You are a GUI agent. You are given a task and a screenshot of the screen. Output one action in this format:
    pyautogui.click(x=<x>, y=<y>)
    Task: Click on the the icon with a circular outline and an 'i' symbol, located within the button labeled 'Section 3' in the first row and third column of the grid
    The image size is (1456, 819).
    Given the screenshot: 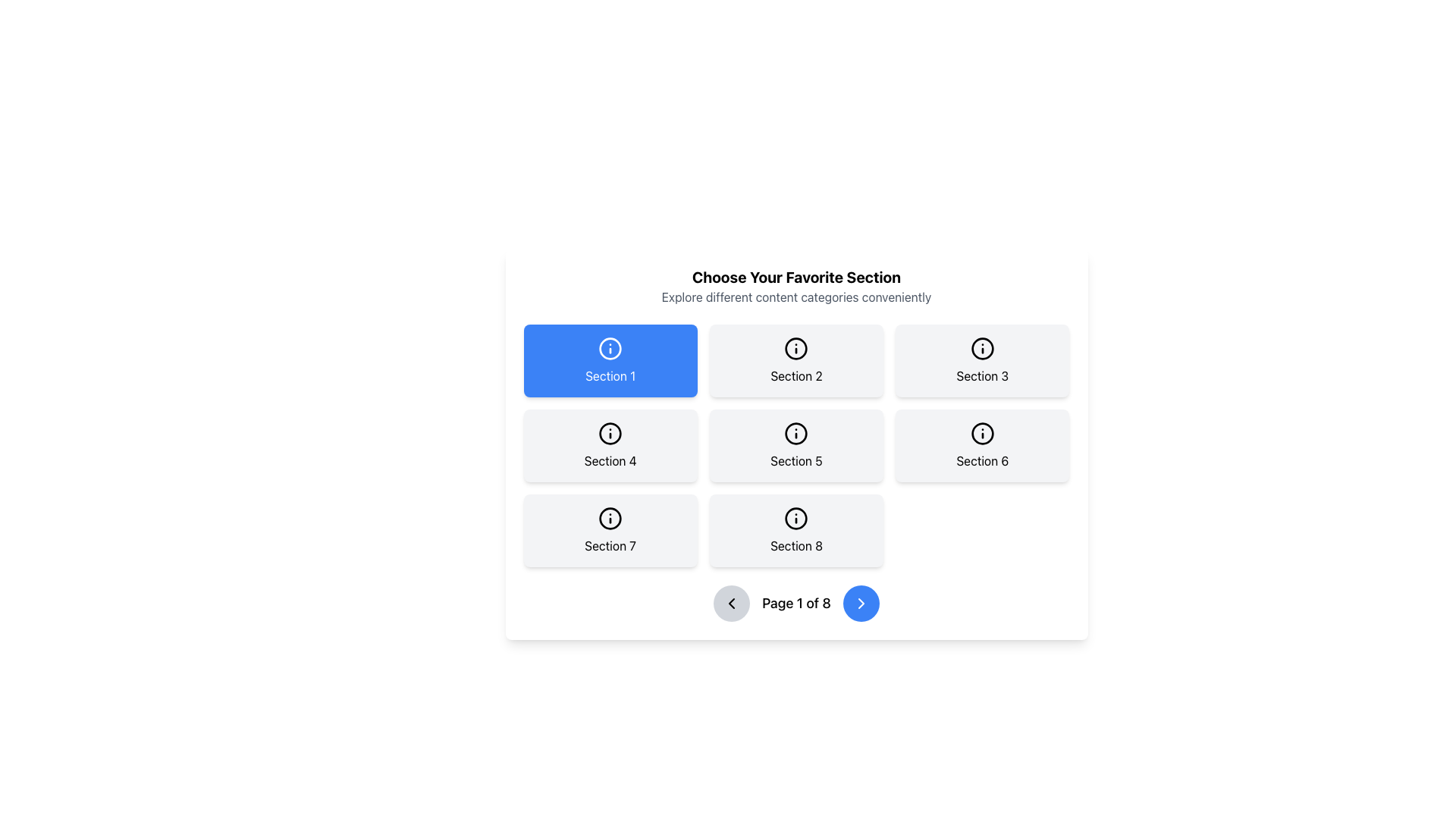 What is the action you would take?
    pyautogui.click(x=982, y=348)
    